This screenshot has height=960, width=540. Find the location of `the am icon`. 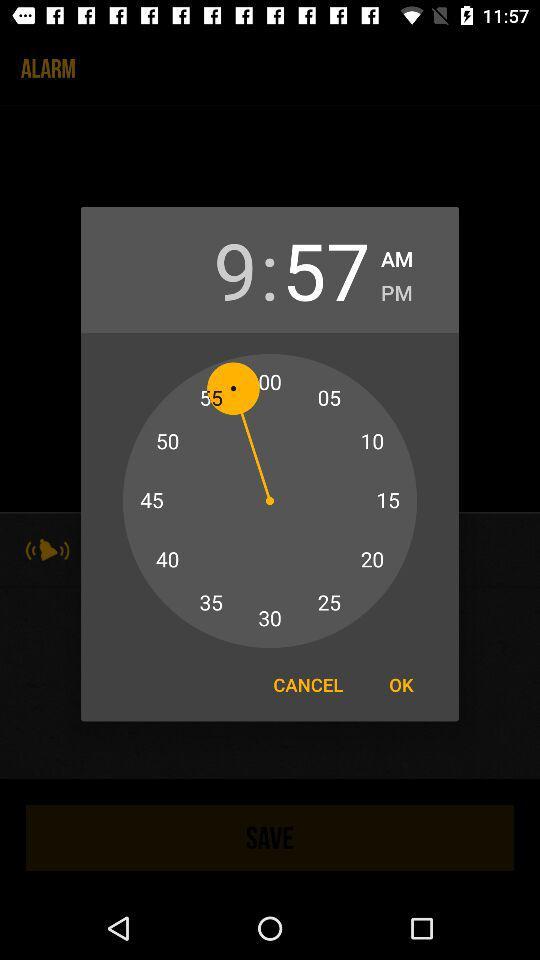

the am icon is located at coordinates (397, 255).